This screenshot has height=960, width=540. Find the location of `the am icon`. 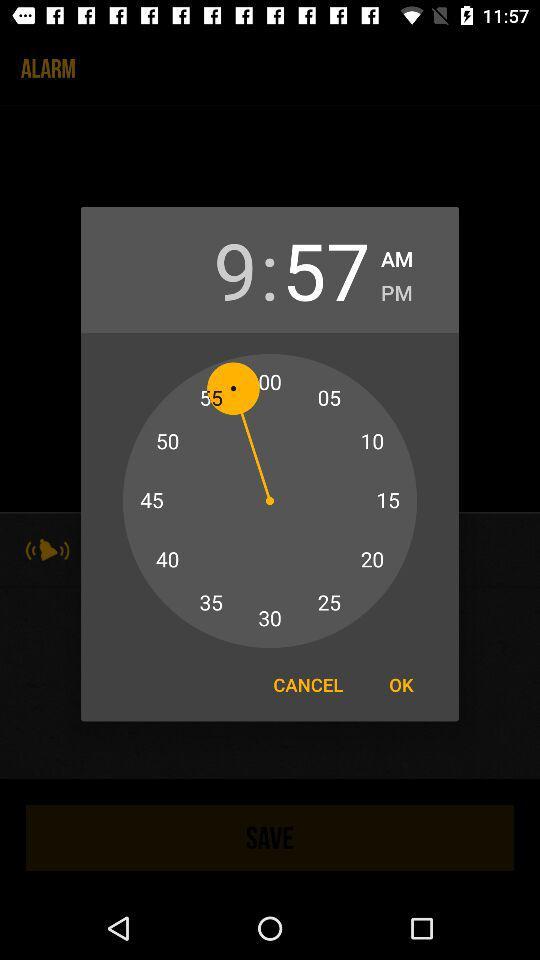

the am icon is located at coordinates (397, 255).